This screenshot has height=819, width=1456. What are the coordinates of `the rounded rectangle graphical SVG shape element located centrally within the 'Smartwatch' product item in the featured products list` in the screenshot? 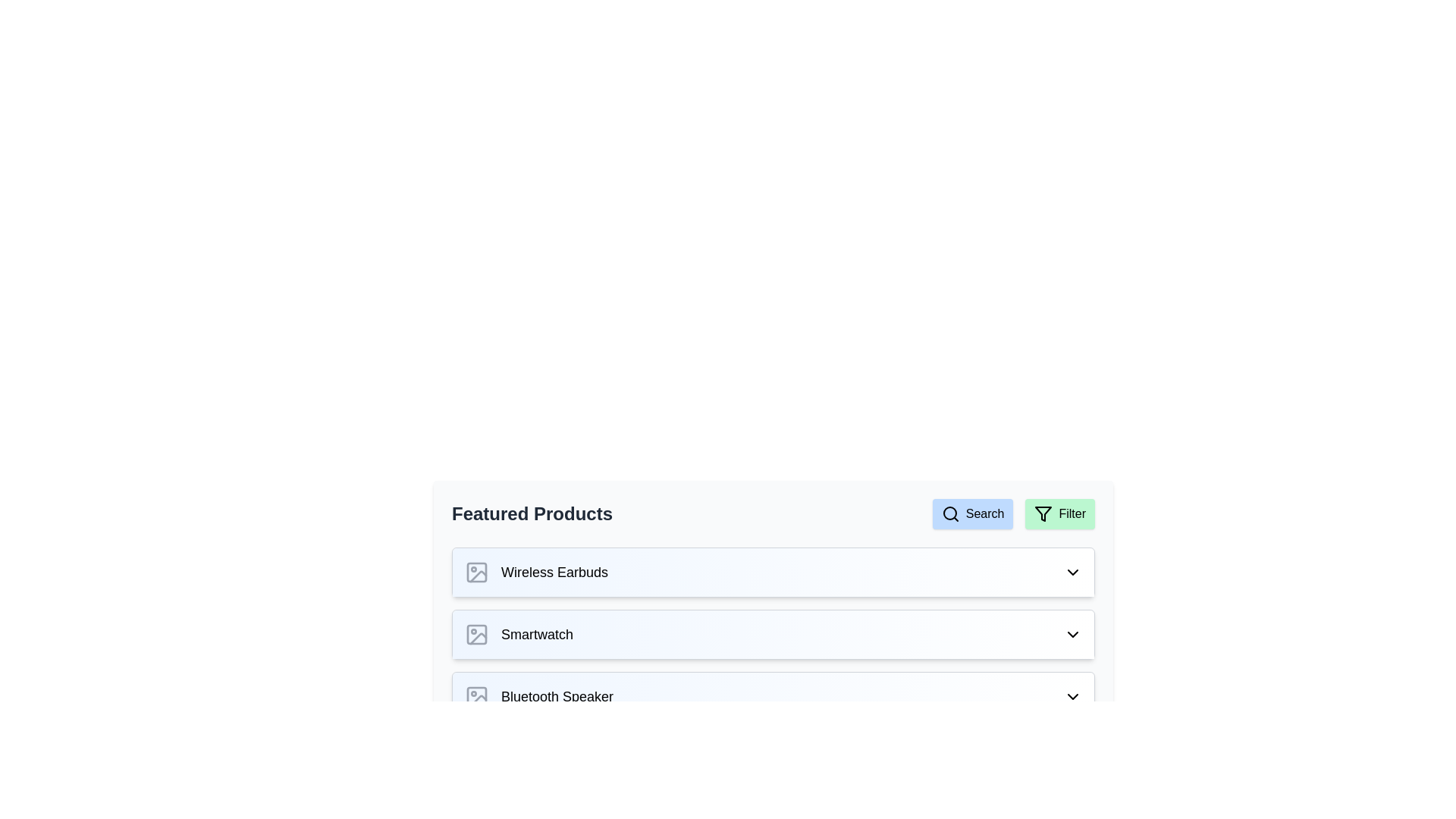 It's located at (475, 635).